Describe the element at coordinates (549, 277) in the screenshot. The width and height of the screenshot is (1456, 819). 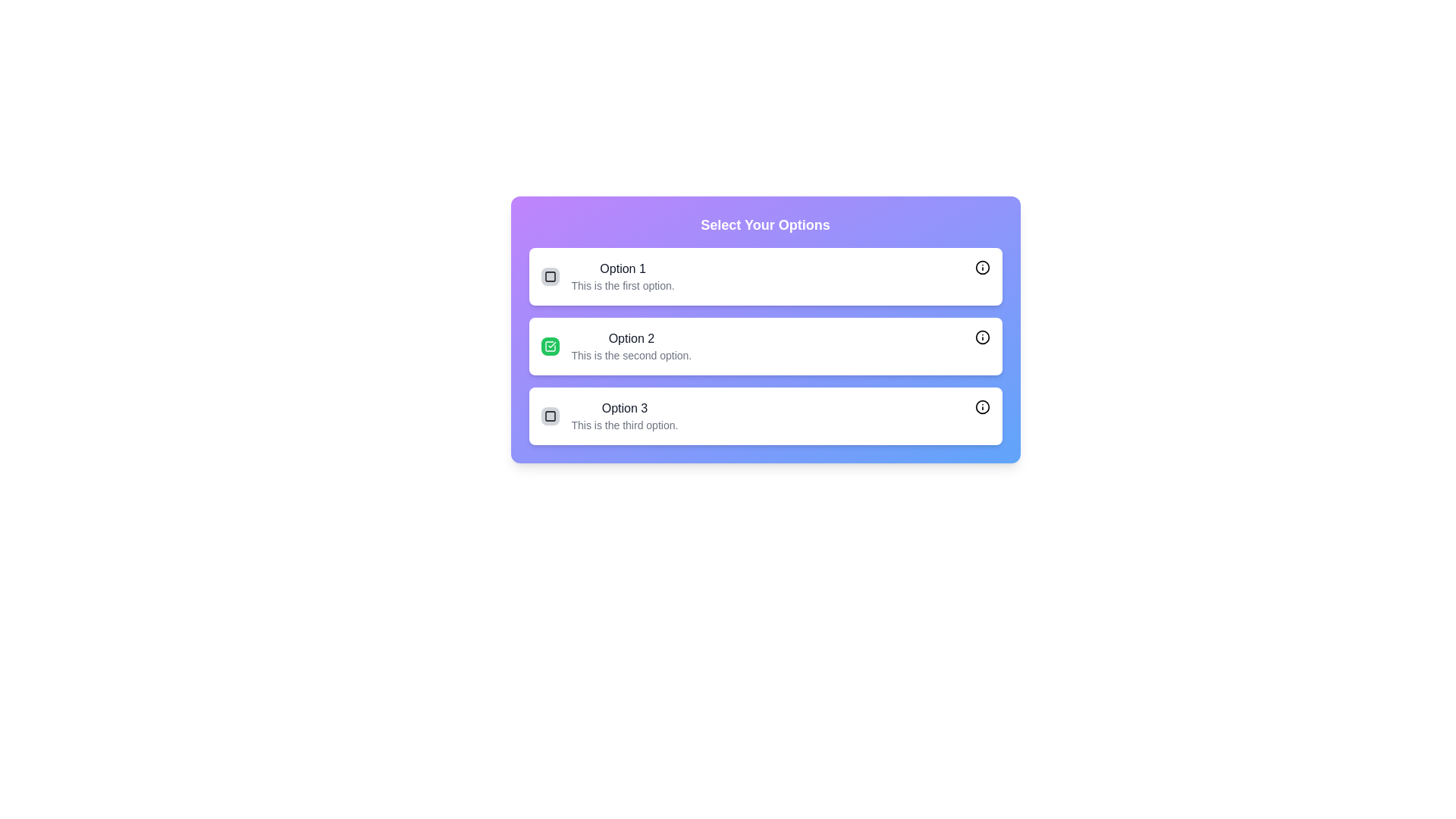
I see `the checkbox with a red border located inside the button of the first option labeled 'Option 1'` at that location.